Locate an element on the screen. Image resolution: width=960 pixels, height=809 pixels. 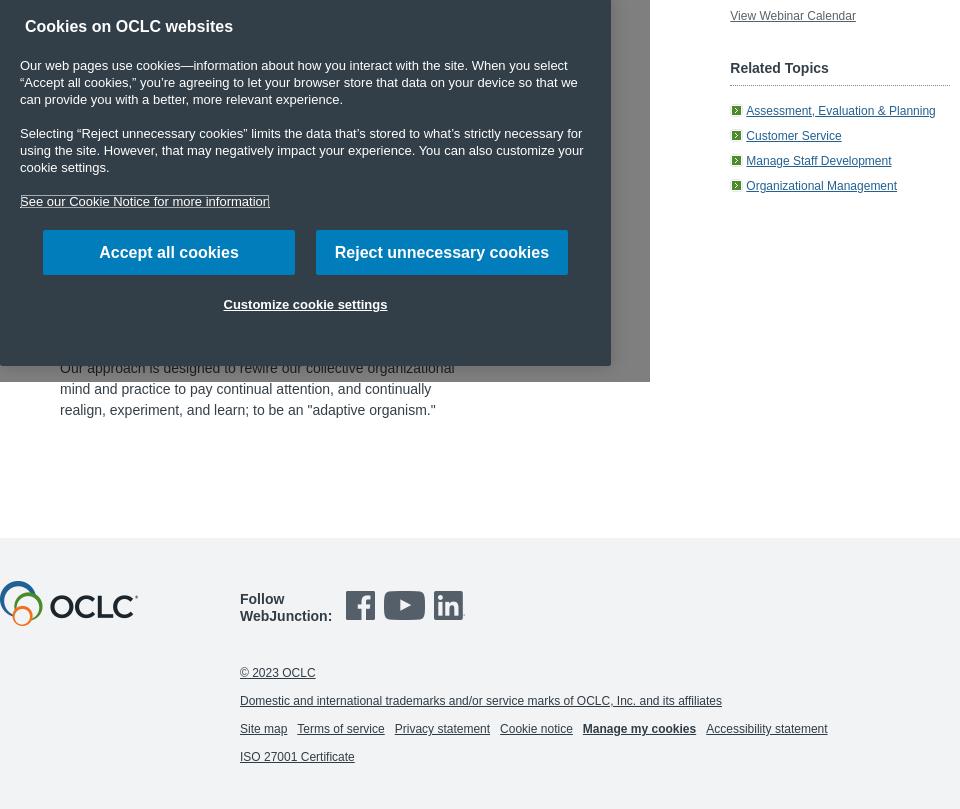
'WebJunction:' is located at coordinates (240, 615).